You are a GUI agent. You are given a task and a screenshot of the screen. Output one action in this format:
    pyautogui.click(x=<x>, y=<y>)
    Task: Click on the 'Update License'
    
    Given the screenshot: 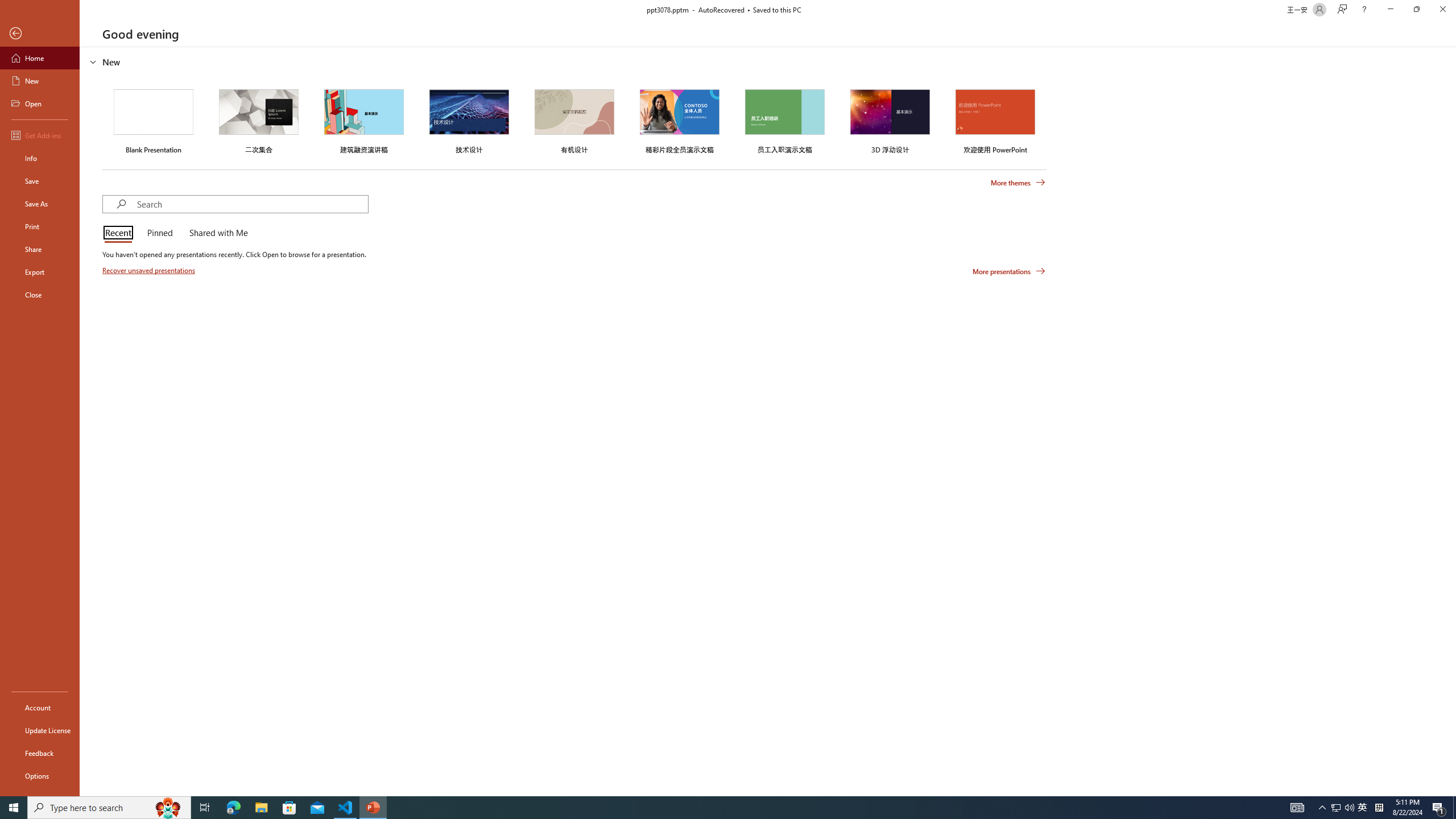 What is the action you would take?
    pyautogui.click(x=39, y=730)
    